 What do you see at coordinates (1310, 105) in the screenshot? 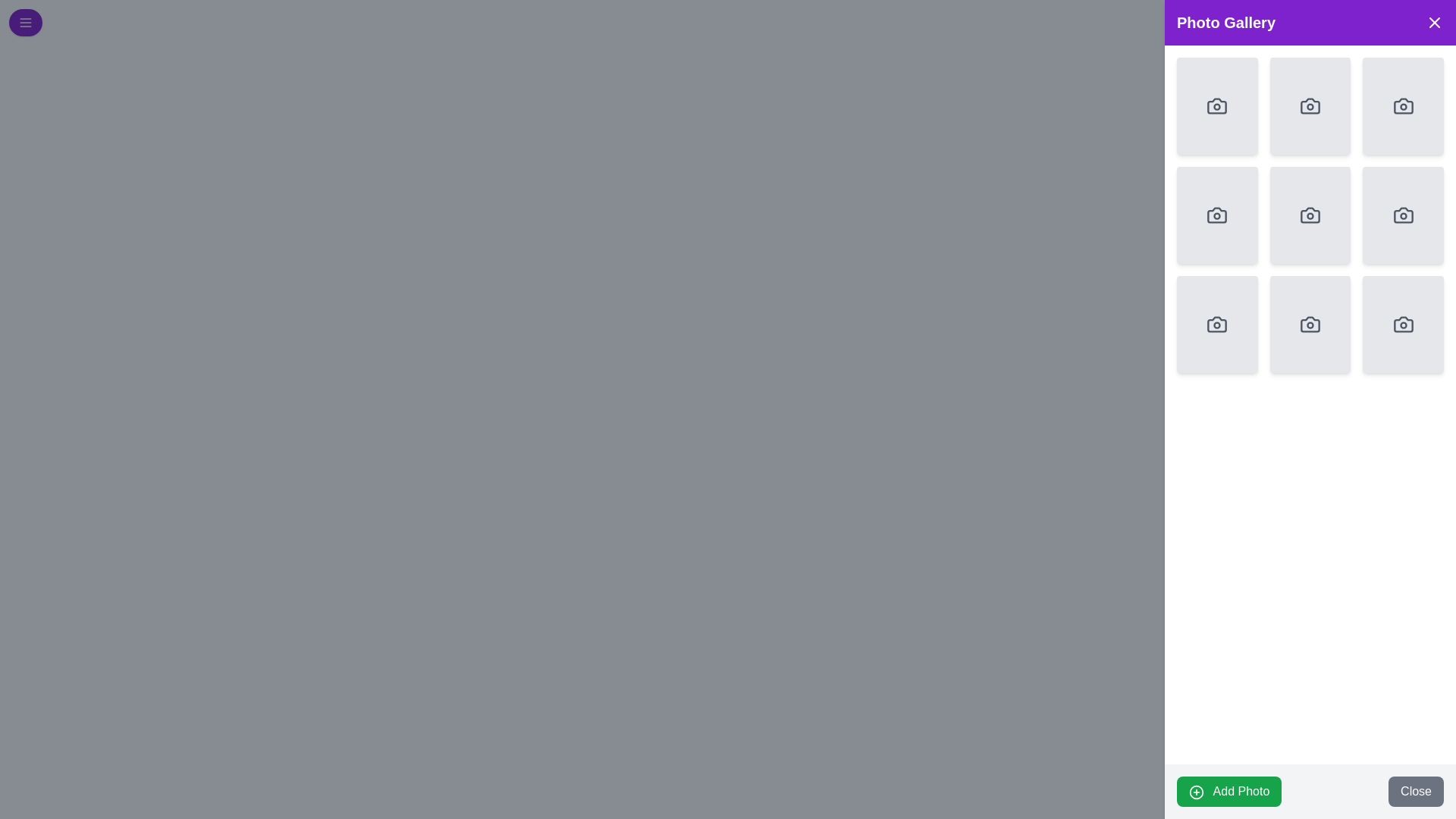
I see `the interactive placeholder card for photo upload located in the second position of the first row in the right-side photo gallery panel` at bounding box center [1310, 105].